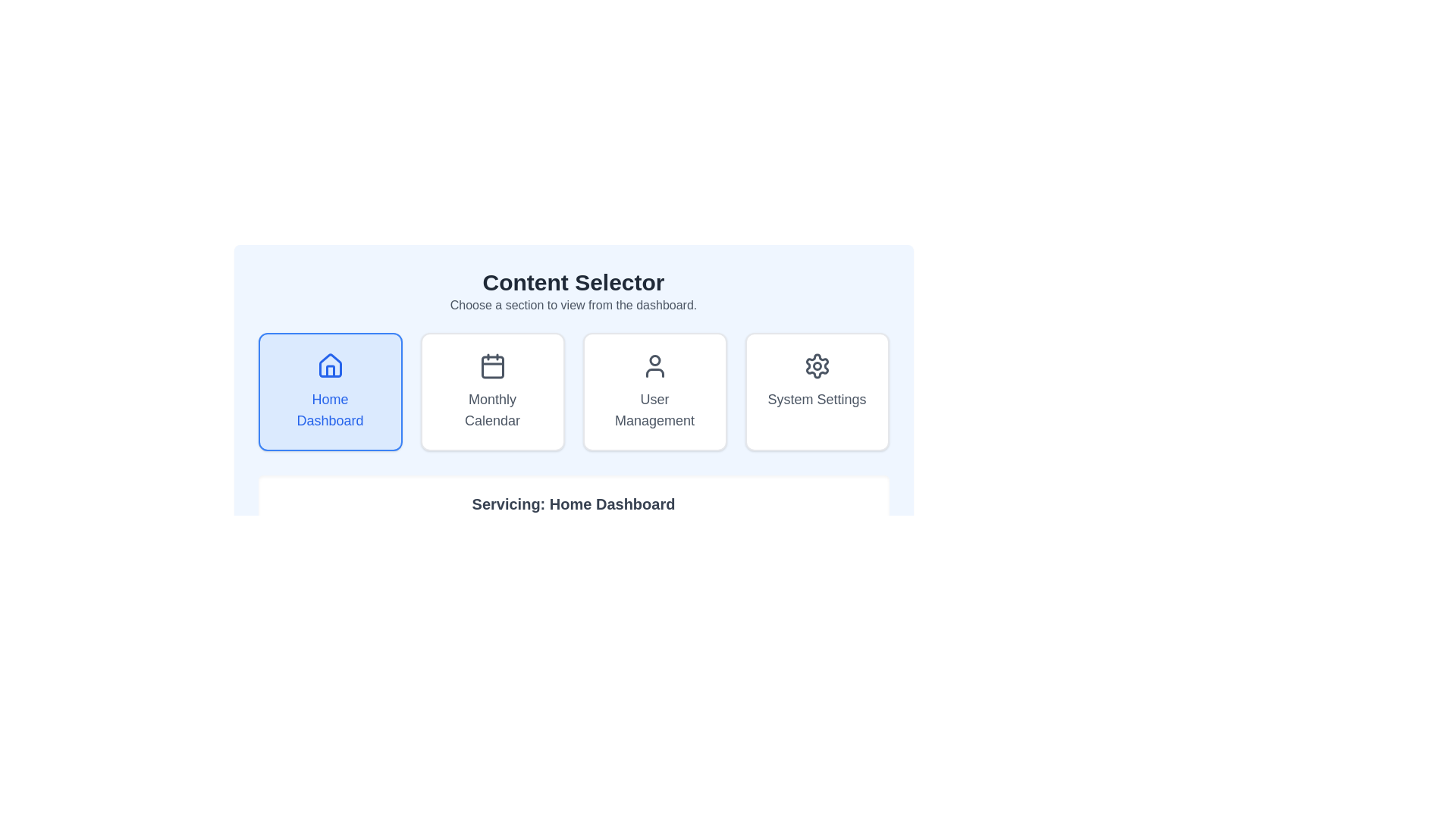  What do you see at coordinates (816, 399) in the screenshot?
I see `the 'System Settings' text label located below the gear icon` at bounding box center [816, 399].